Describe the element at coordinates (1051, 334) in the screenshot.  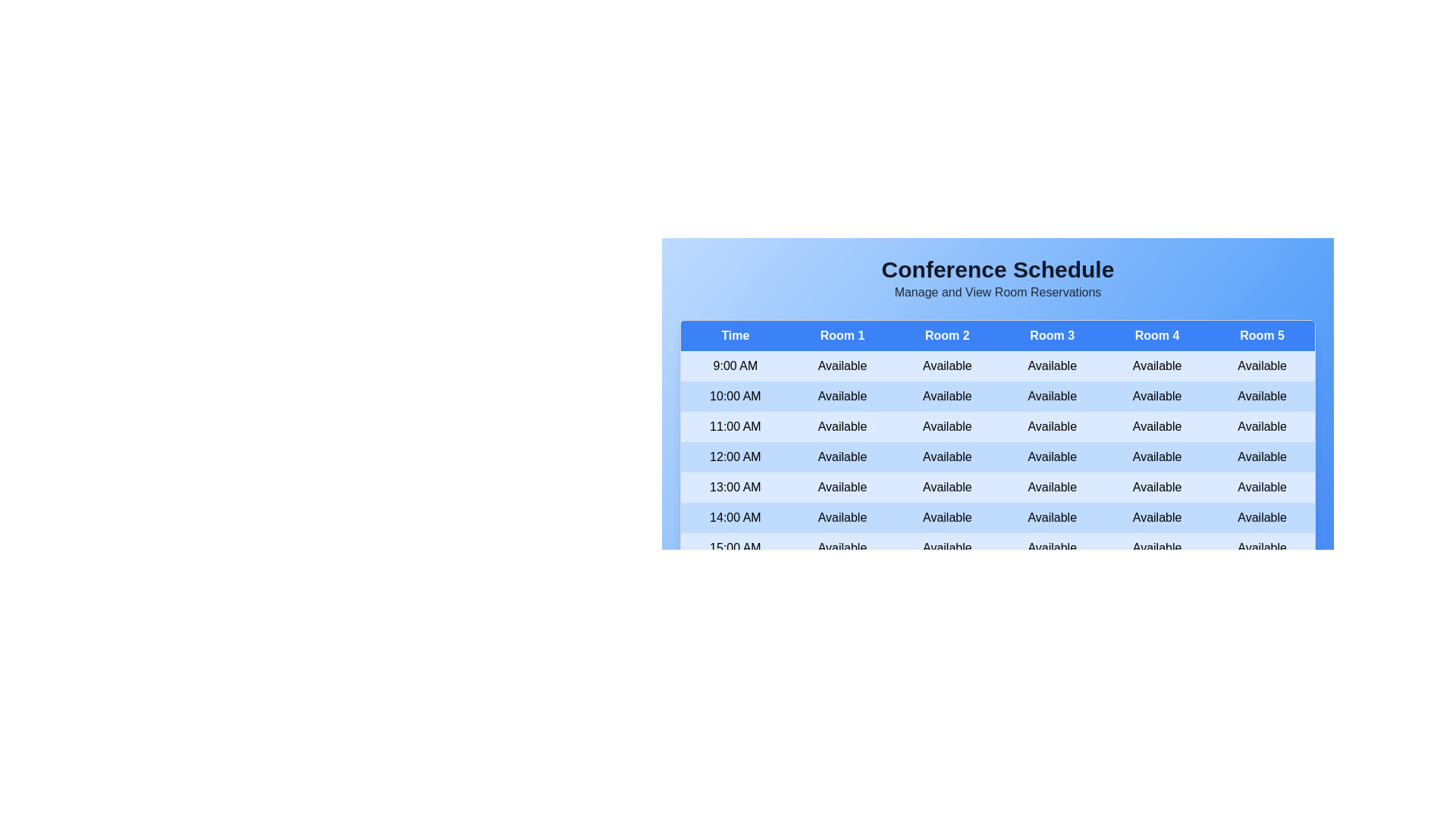
I see `the header of Room 3 to sort the table by that column` at that location.